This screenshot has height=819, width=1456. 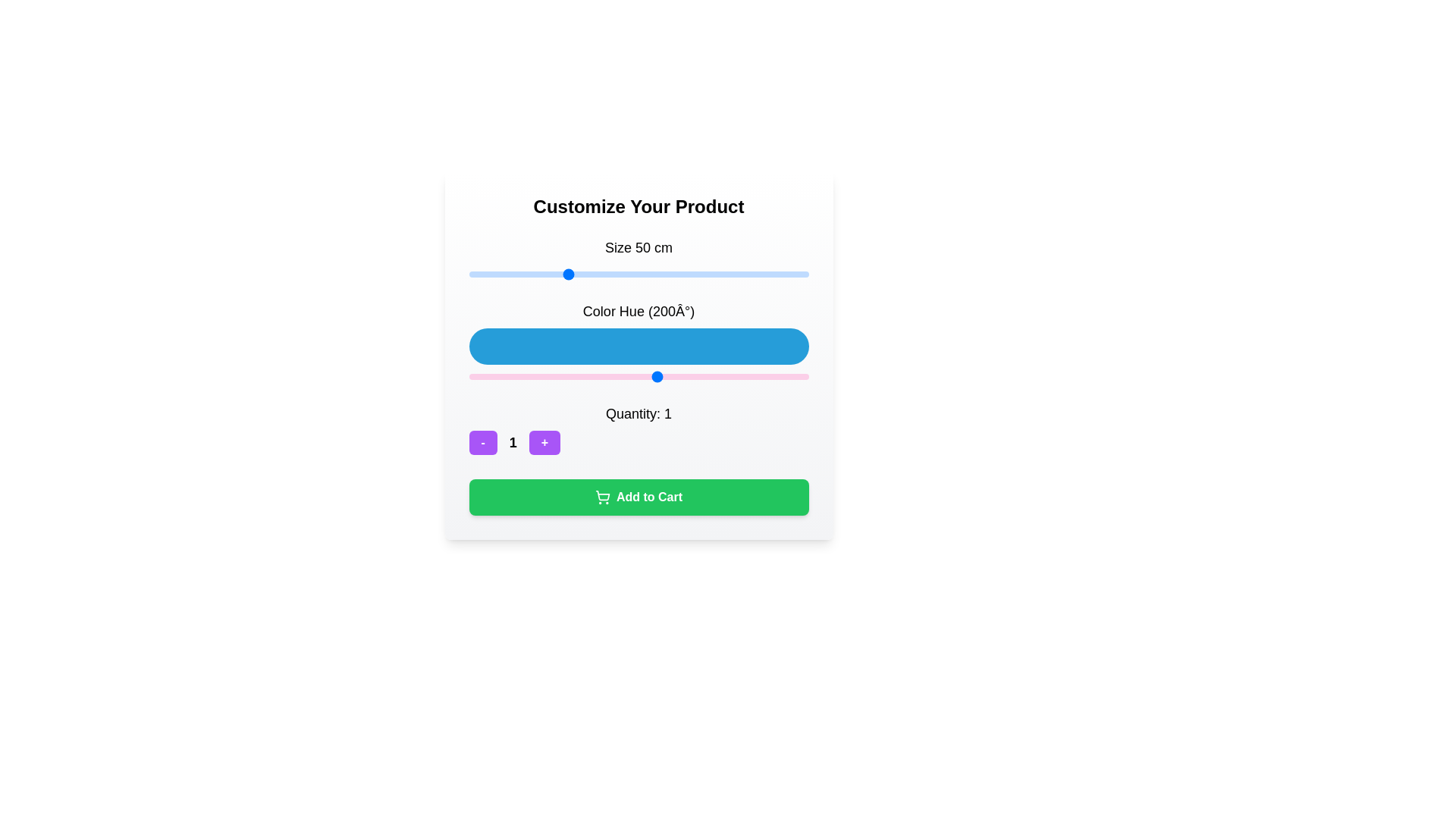 I want to click on the color hue, so click(x=783, y=376).